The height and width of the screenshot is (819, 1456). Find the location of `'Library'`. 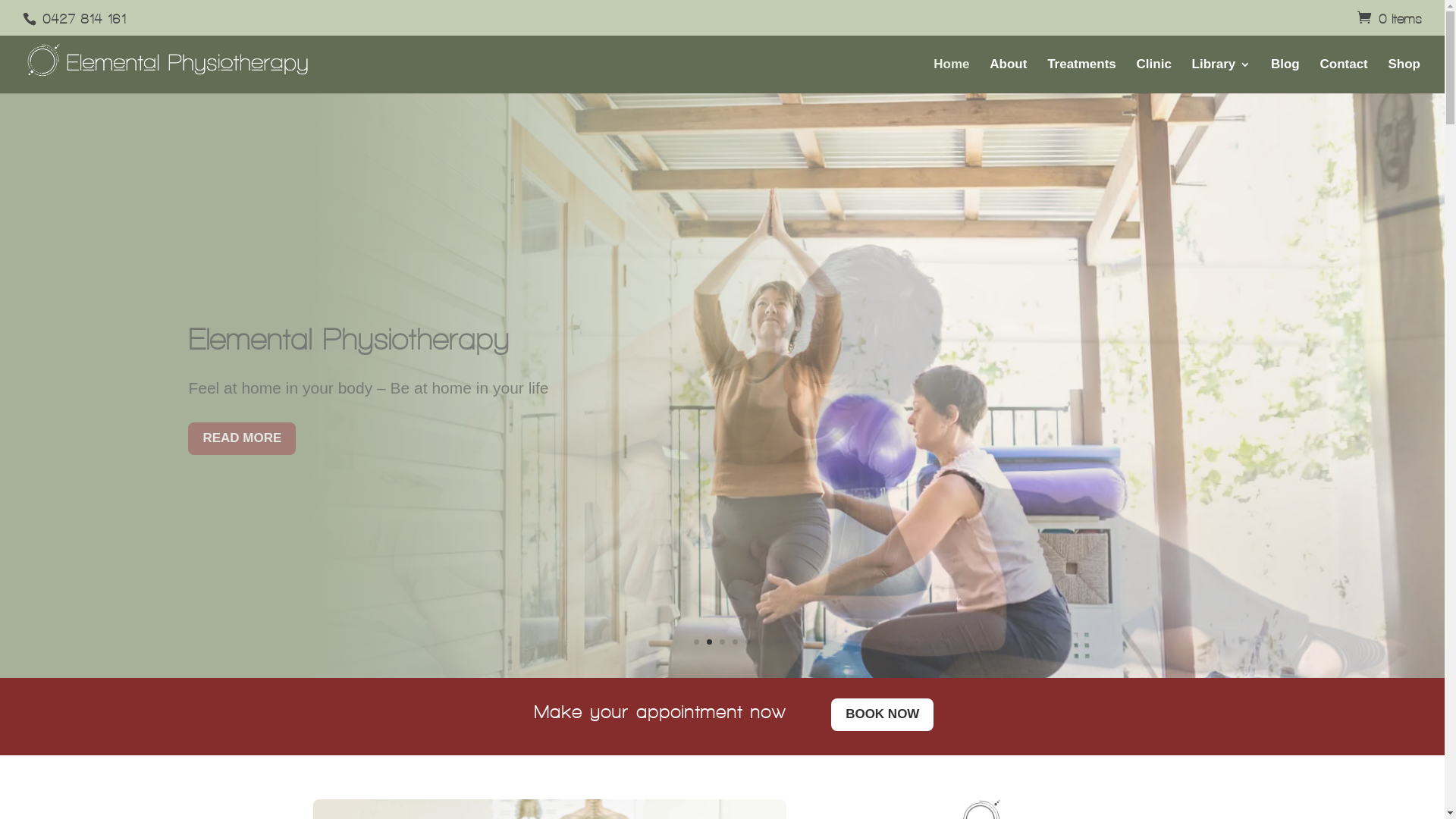

'Library' is located at coordinates (1222, 76).